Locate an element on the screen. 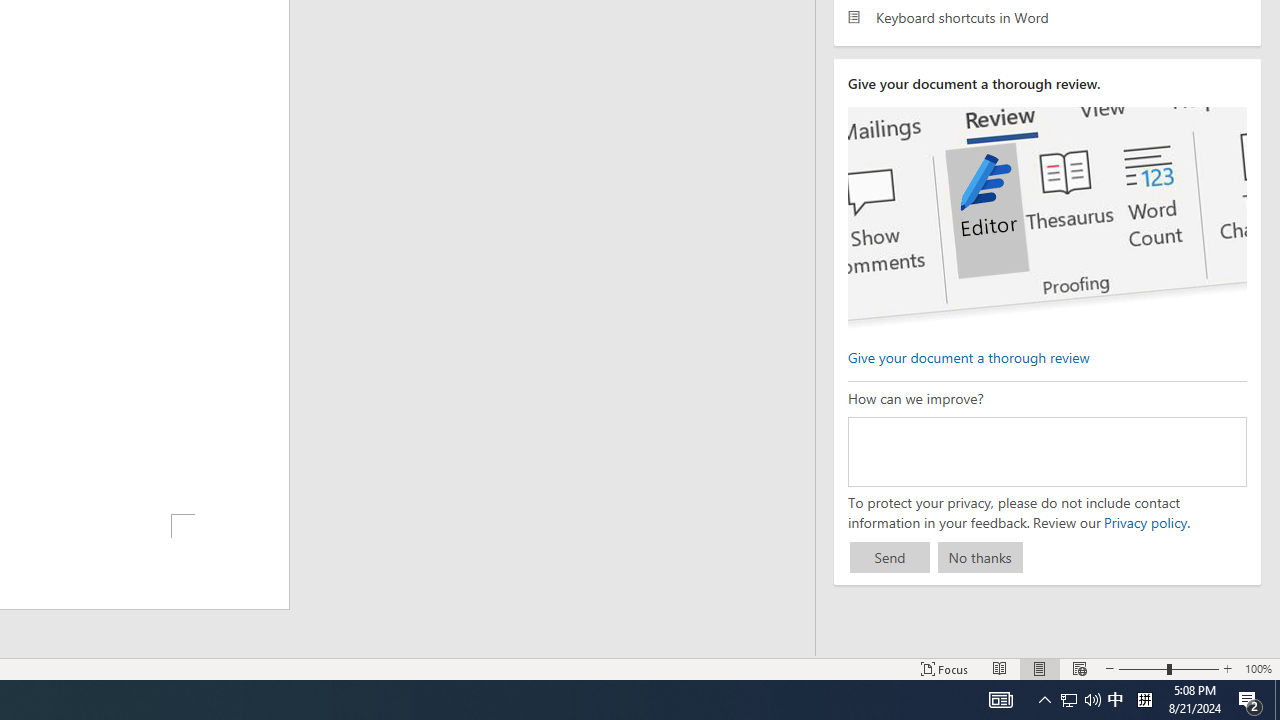 The width and height of the screenshot is (1280, 720). 'Privacy policy' is located at coordinates (1144, 521).